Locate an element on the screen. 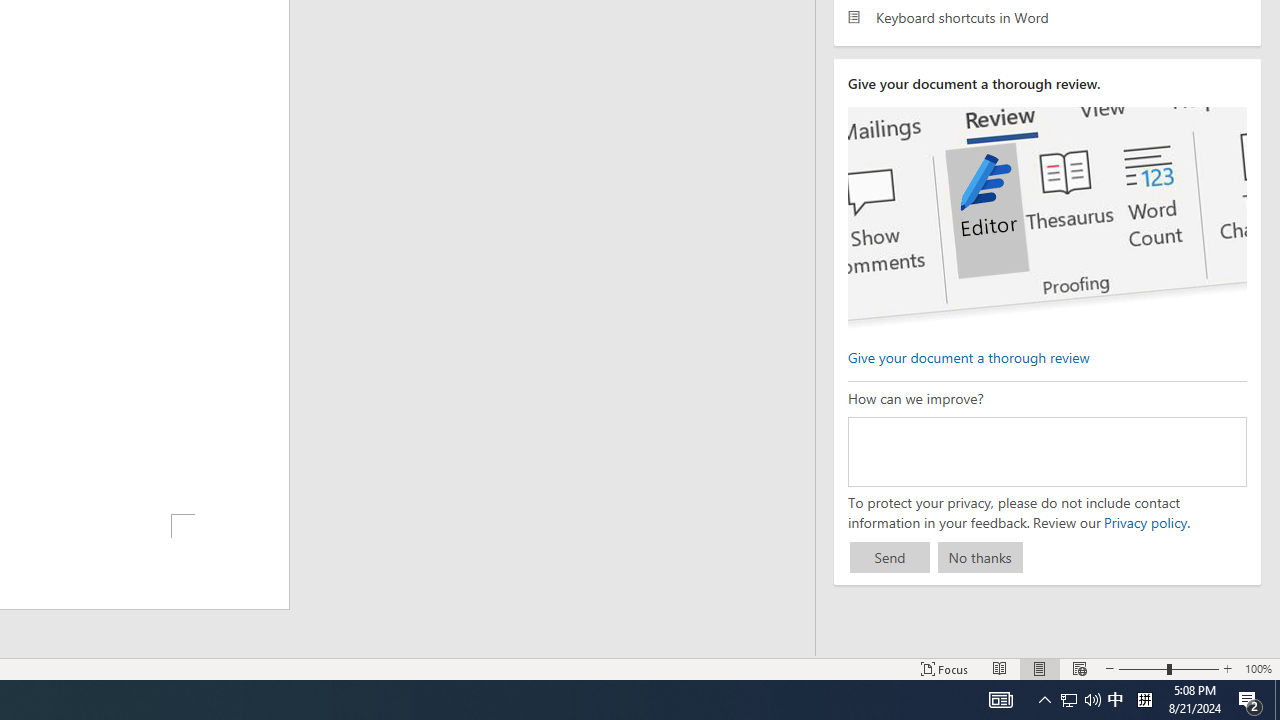 The width and height of the screenshot is (1280, 720). 'Privacy policy' is located at coordinates (1144, 521).